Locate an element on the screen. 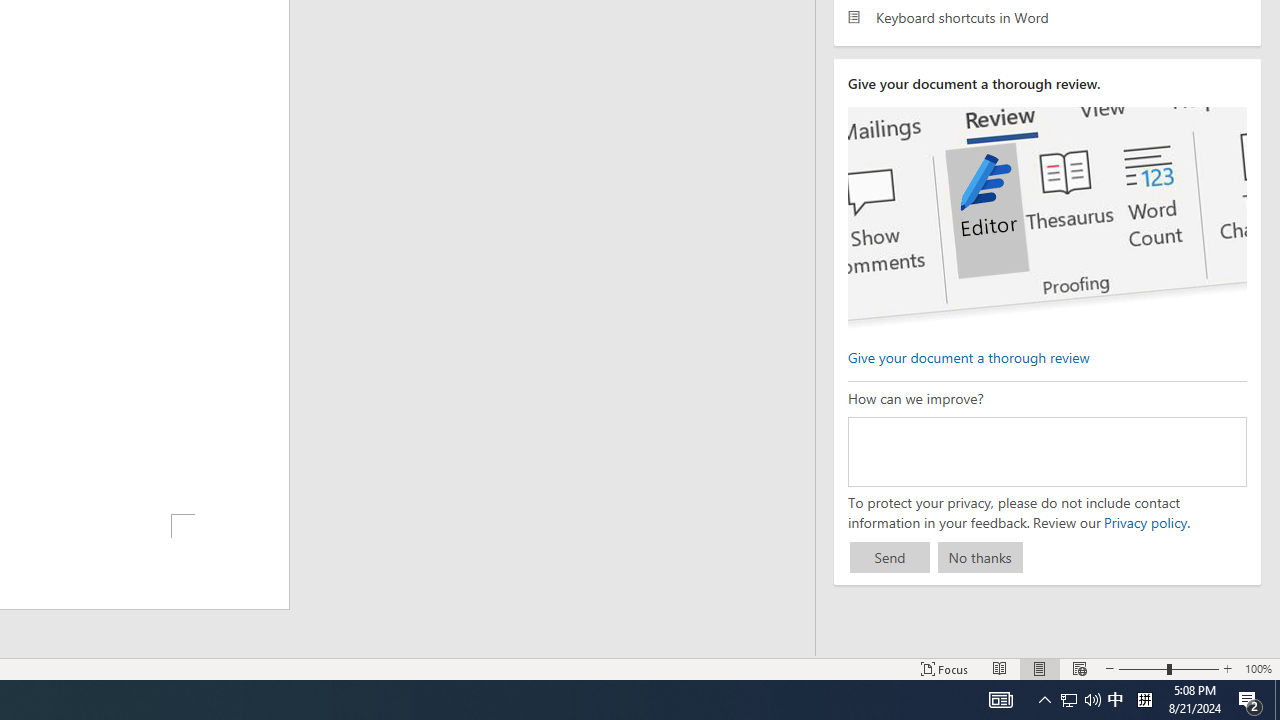 The width and height of the screenshot is (1280, 720). 'Privacy policy' is located at coordinates (1144, 521).